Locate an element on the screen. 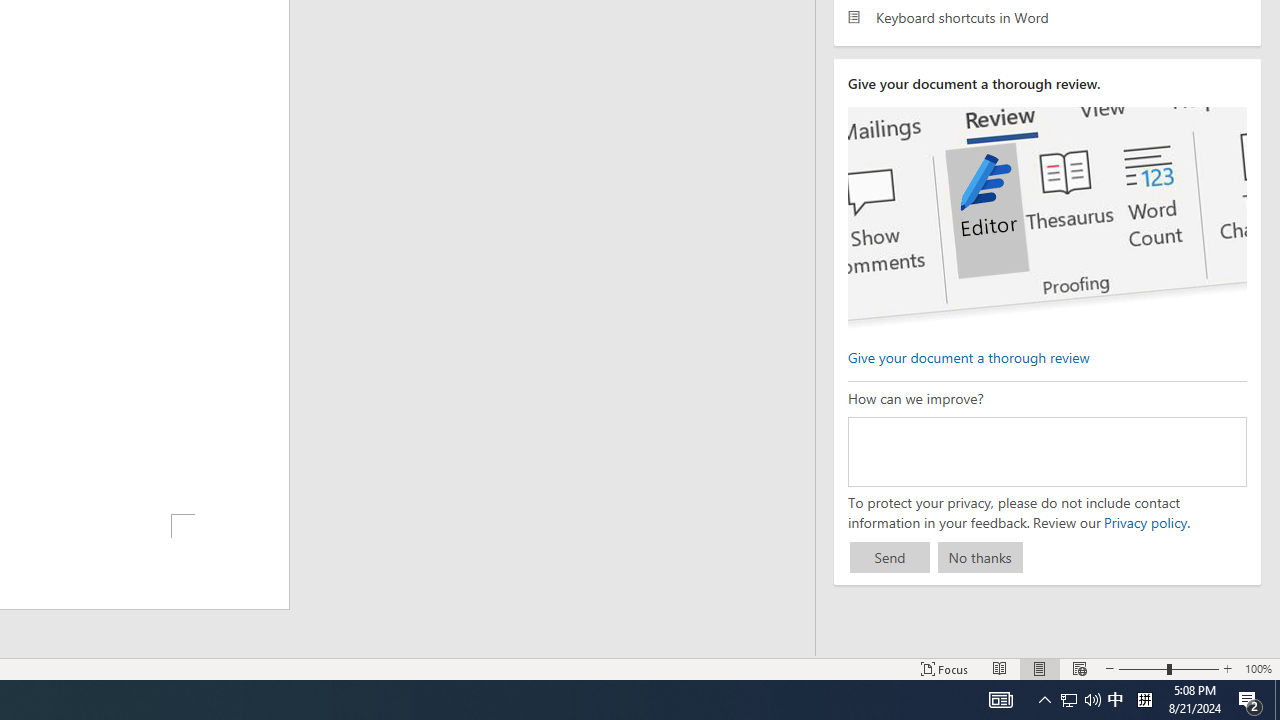 The width and height of the screenshot is (1280, 720). 'Privacy policy' is located at coordinates (1144, 521).